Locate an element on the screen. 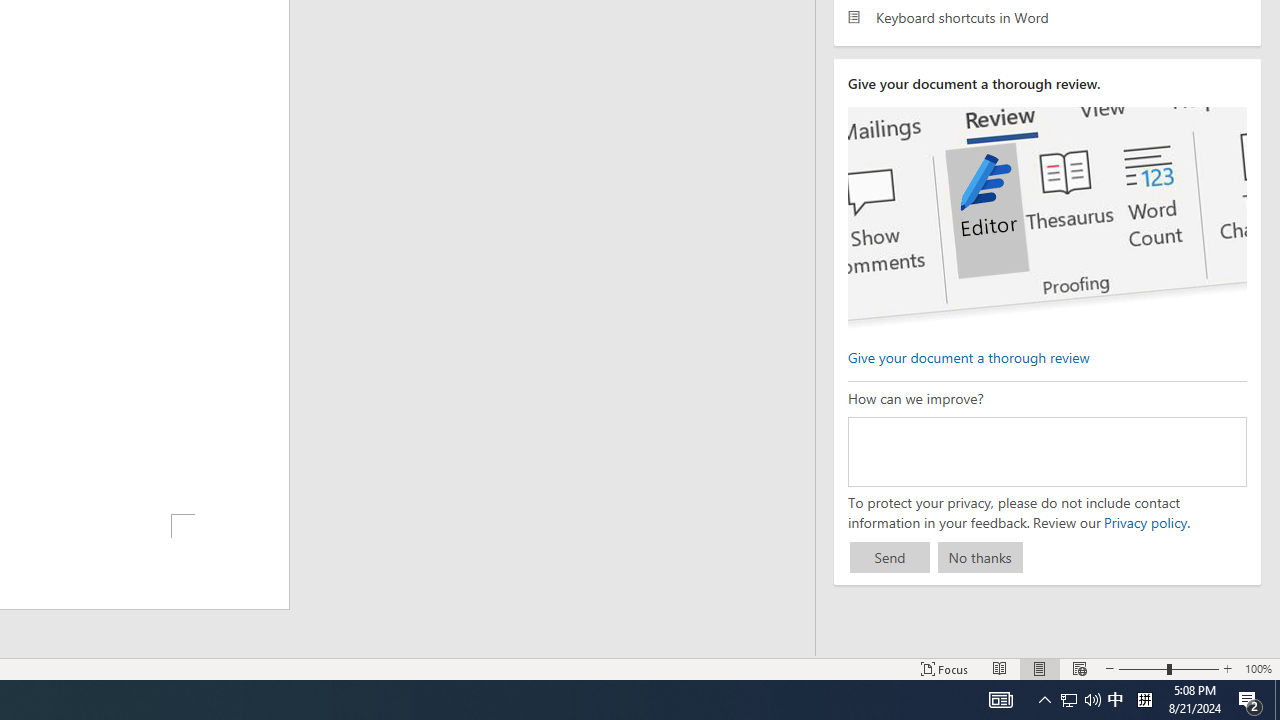 The width and height of the screenshot is (1280, 720). 'Privacy policy' is located at coordinates (1144, 521).